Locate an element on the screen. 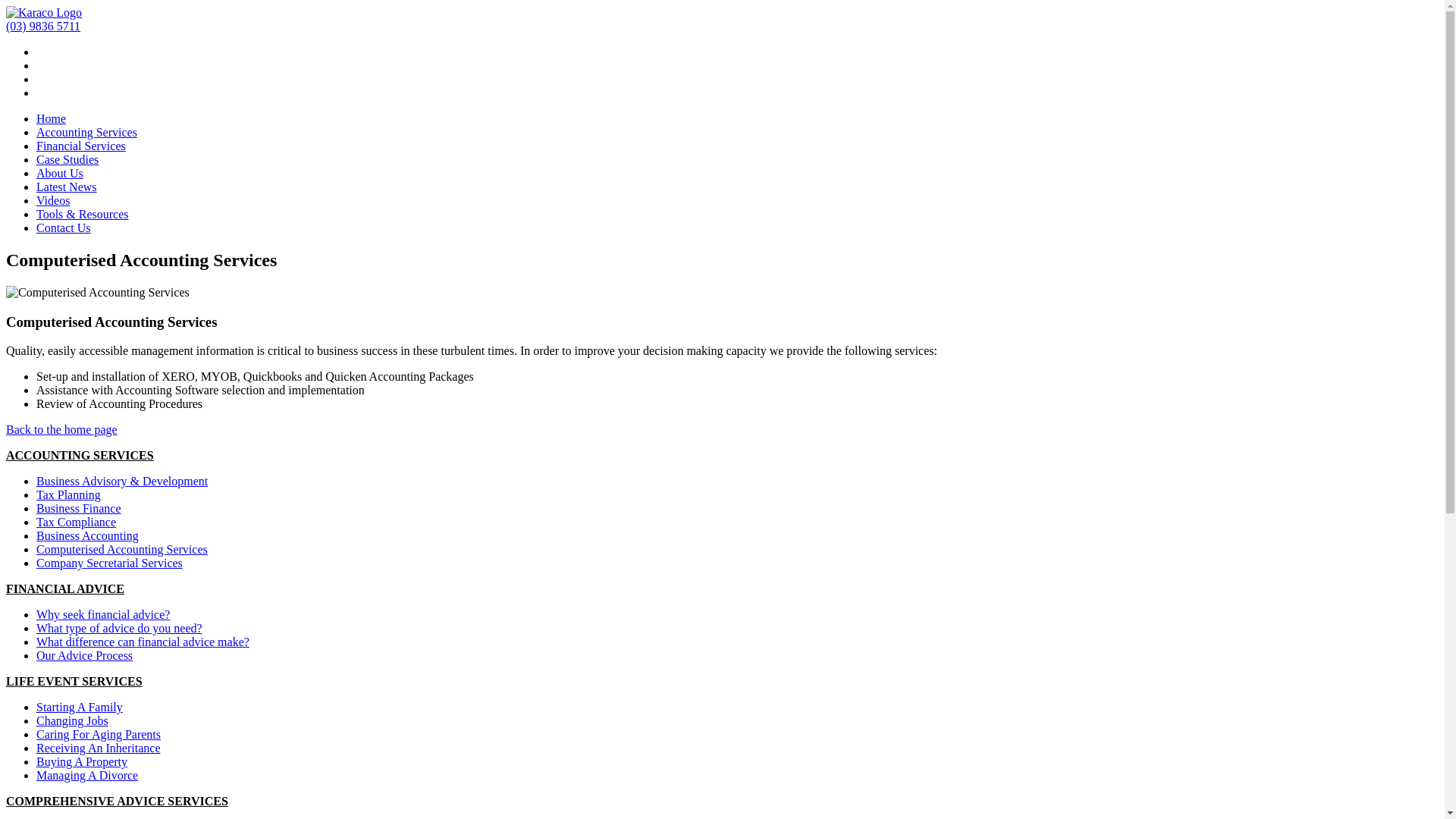  'Back to the home page' is located at coordinates (61, 429).